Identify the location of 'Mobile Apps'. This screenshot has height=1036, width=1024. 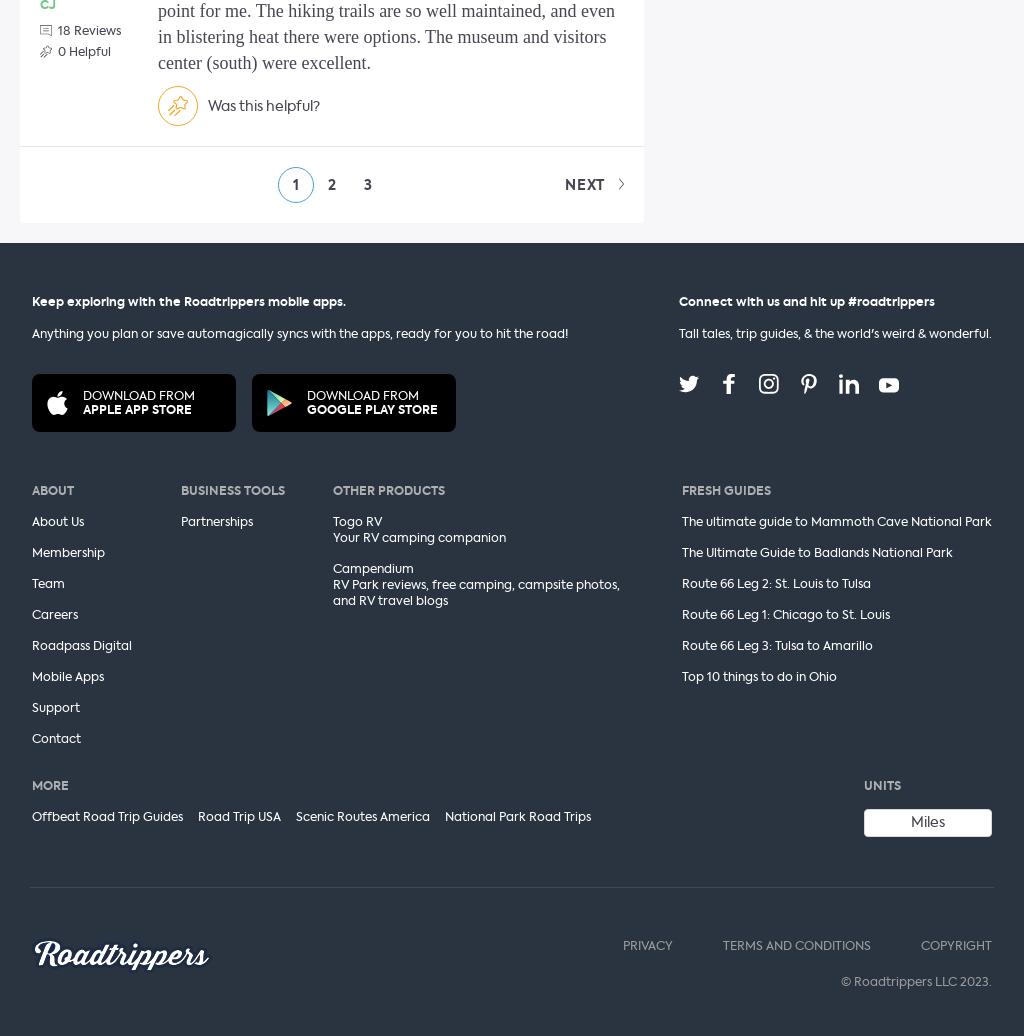
(31, 677).